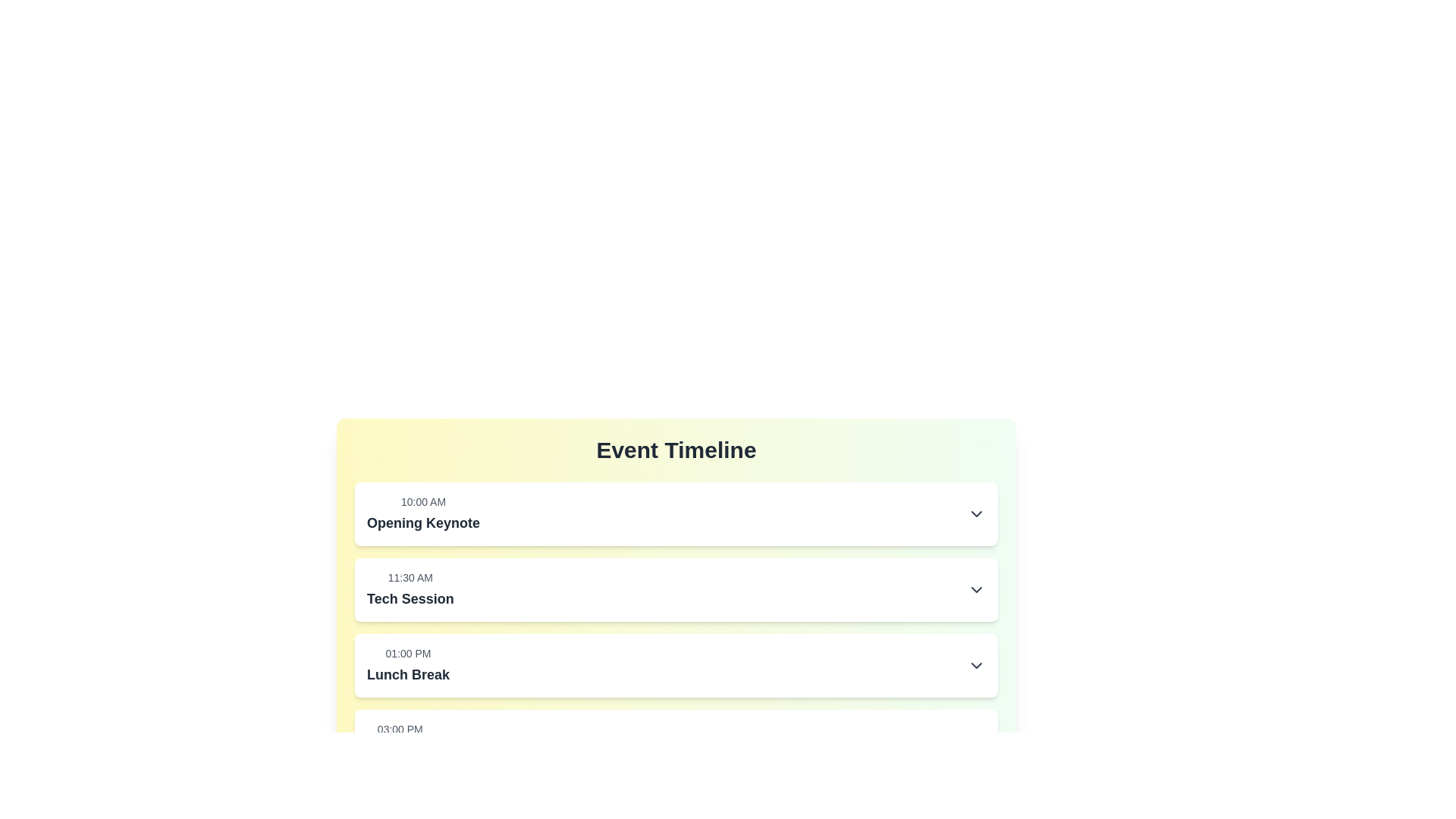  Describe the element at coordinates (408, 665) in the screenshot. I see `the text block displaying '01:00 PM' and 'Lunch Break', which is the third item in the timeline interface` at that location.